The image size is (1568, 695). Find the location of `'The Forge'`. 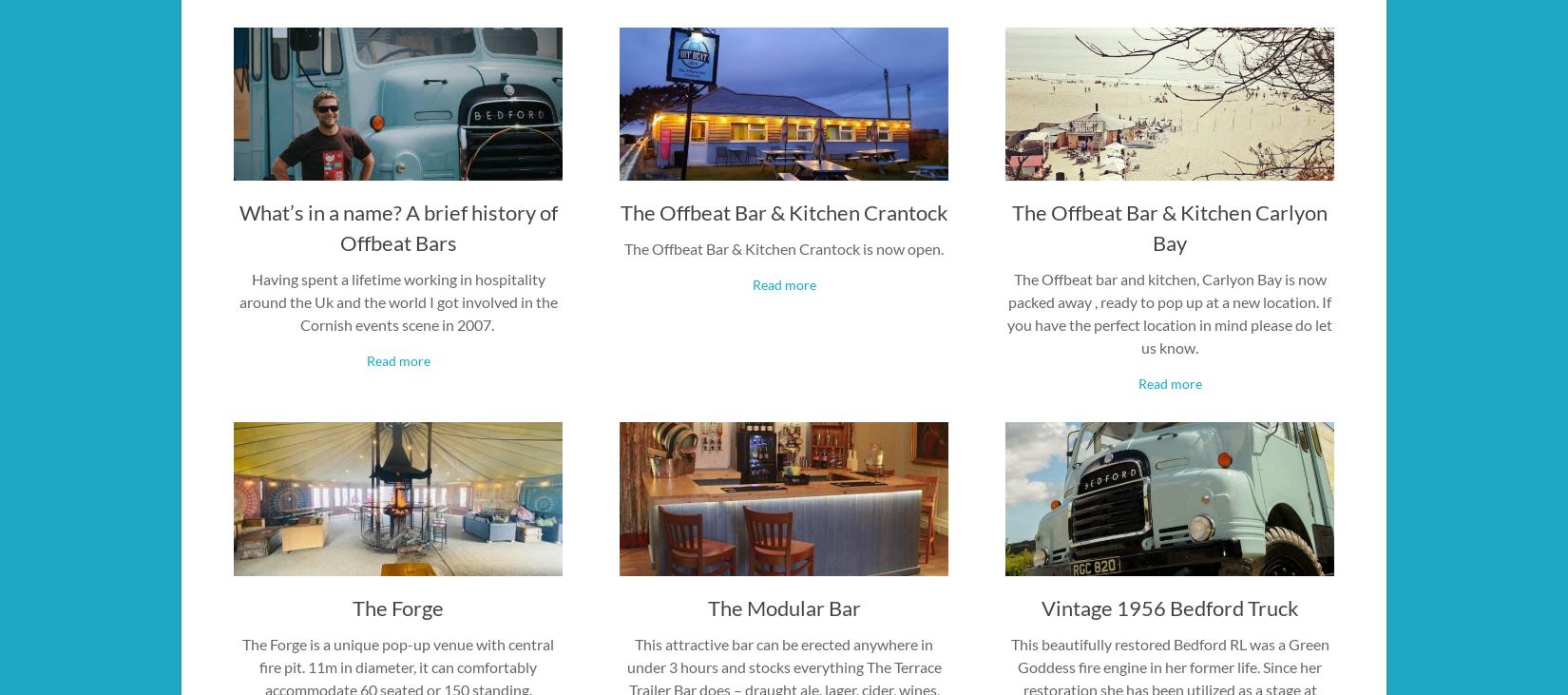

'The Forge' is located at coordinates (396, 607).